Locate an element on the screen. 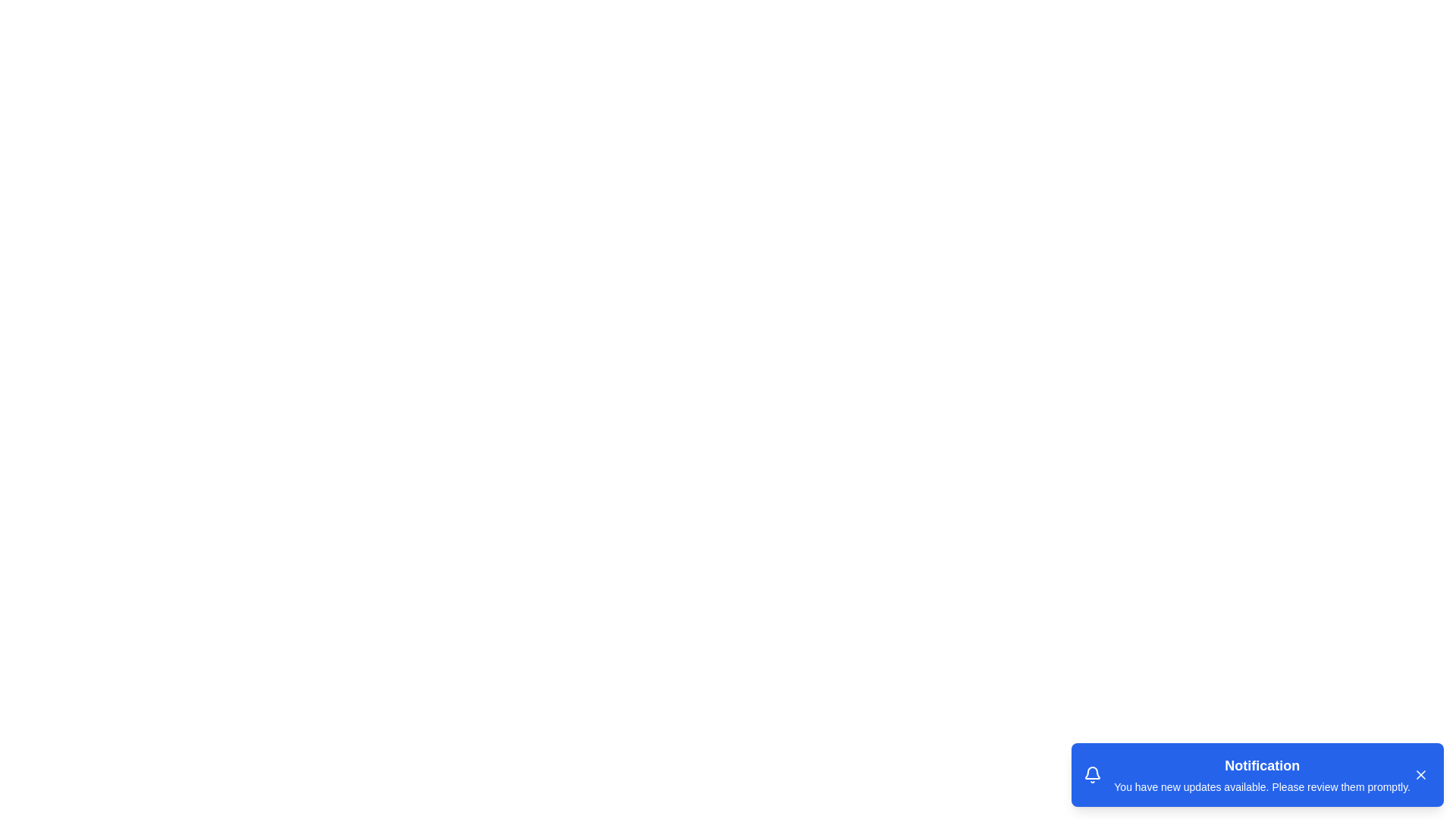 The image size is (1456, 819). the dismiss button to close the snackbar is located at coordinates (1420, 775).